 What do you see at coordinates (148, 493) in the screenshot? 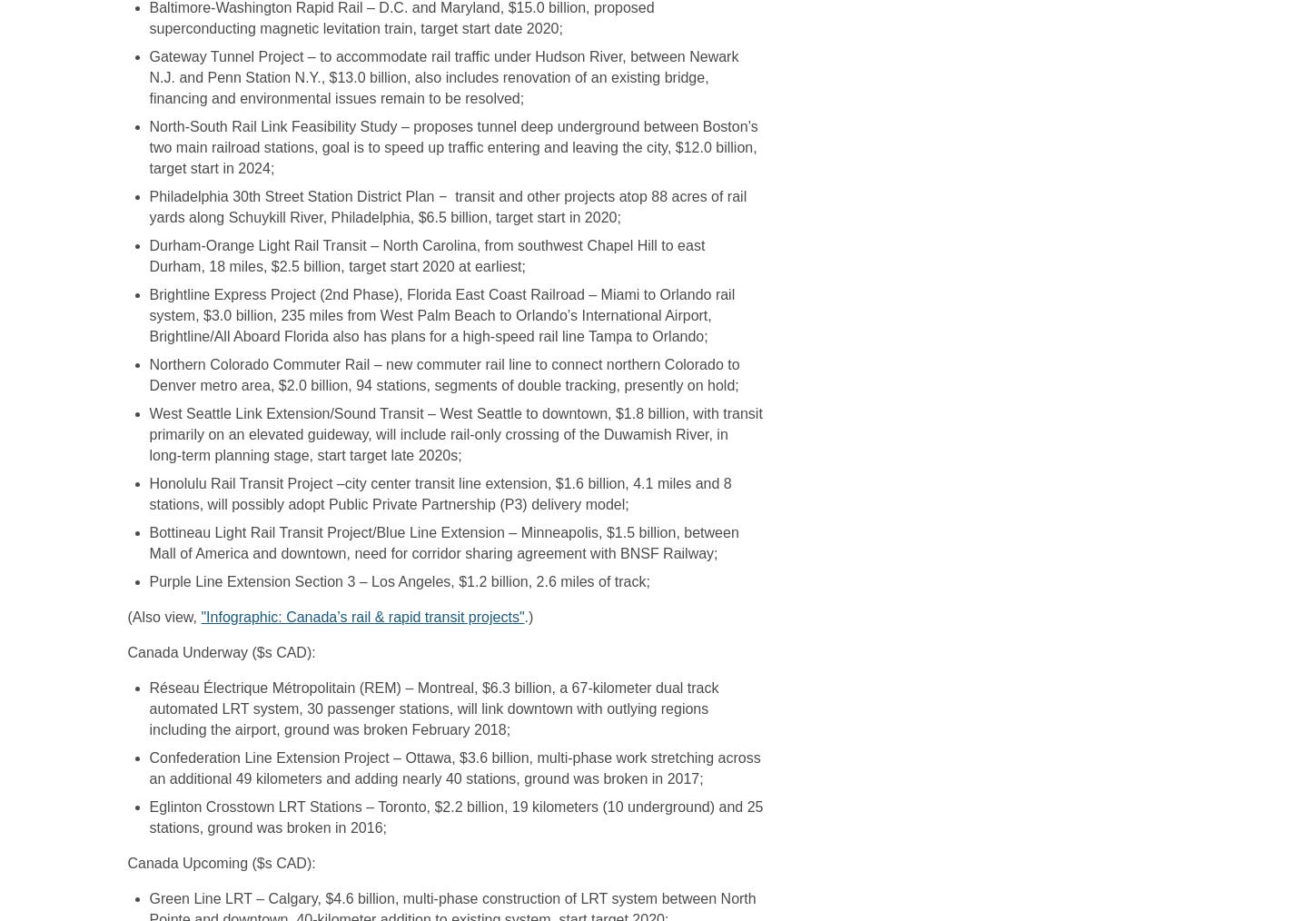
I see `'Honolulu  Rail Transit Project –city center transit line extension, $1.6 billion, 4.1  miles and 8 stations, will possibly adopt Public Private Partnership (P3)  delivery model;'` at bounding box center [148, 493].